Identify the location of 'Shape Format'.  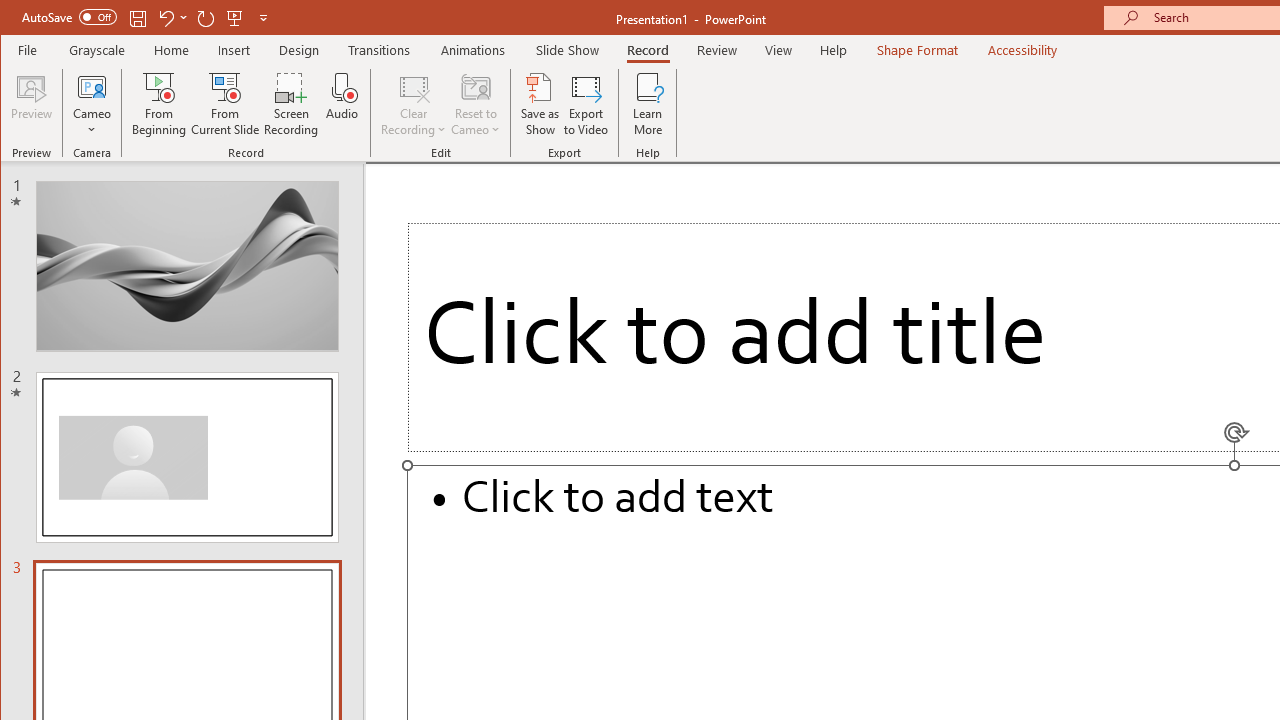
(916, 49).